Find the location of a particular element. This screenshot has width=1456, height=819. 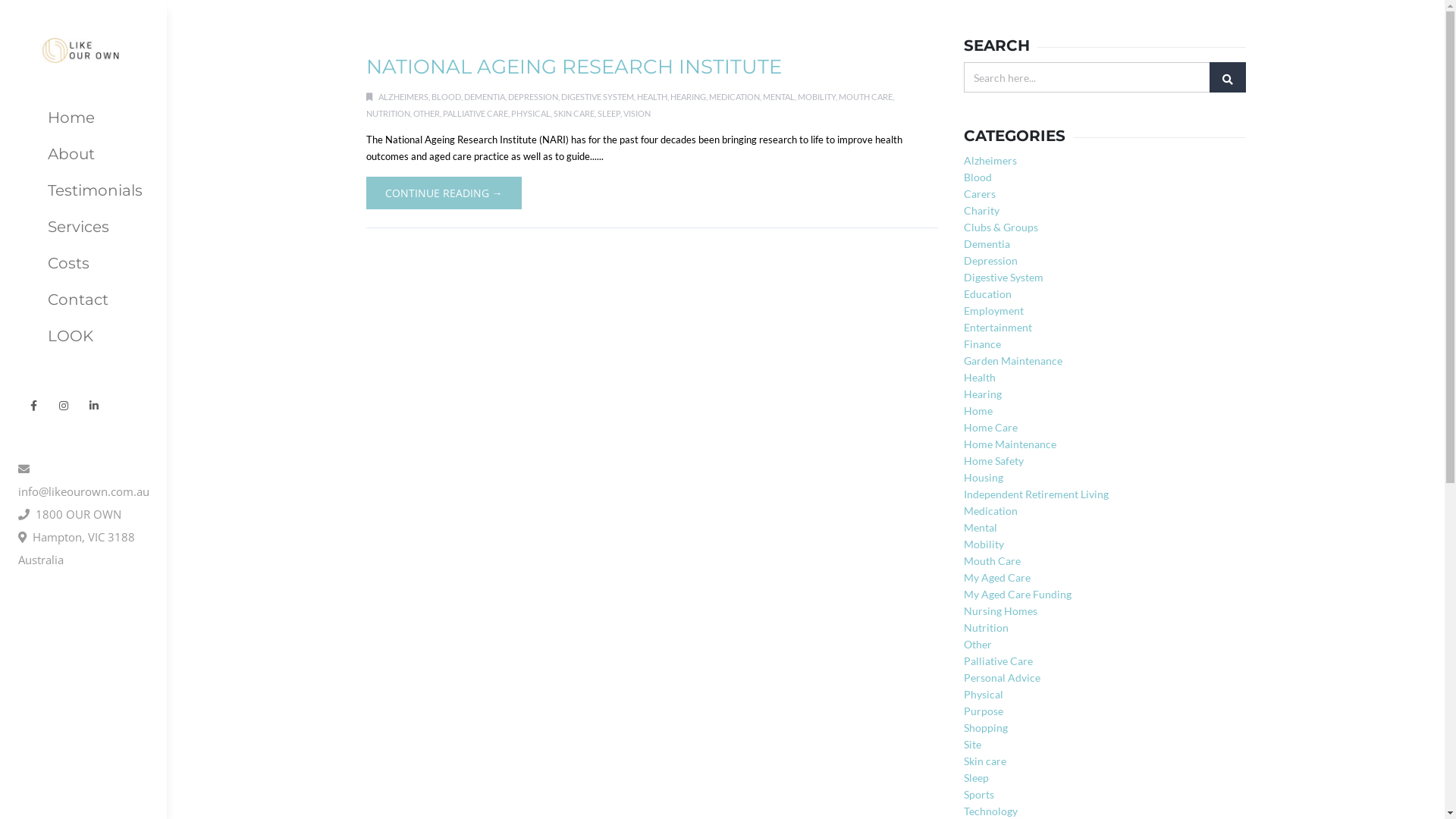

'DIGESTIVE SYSTEM' is located at coordinates (596, 96).